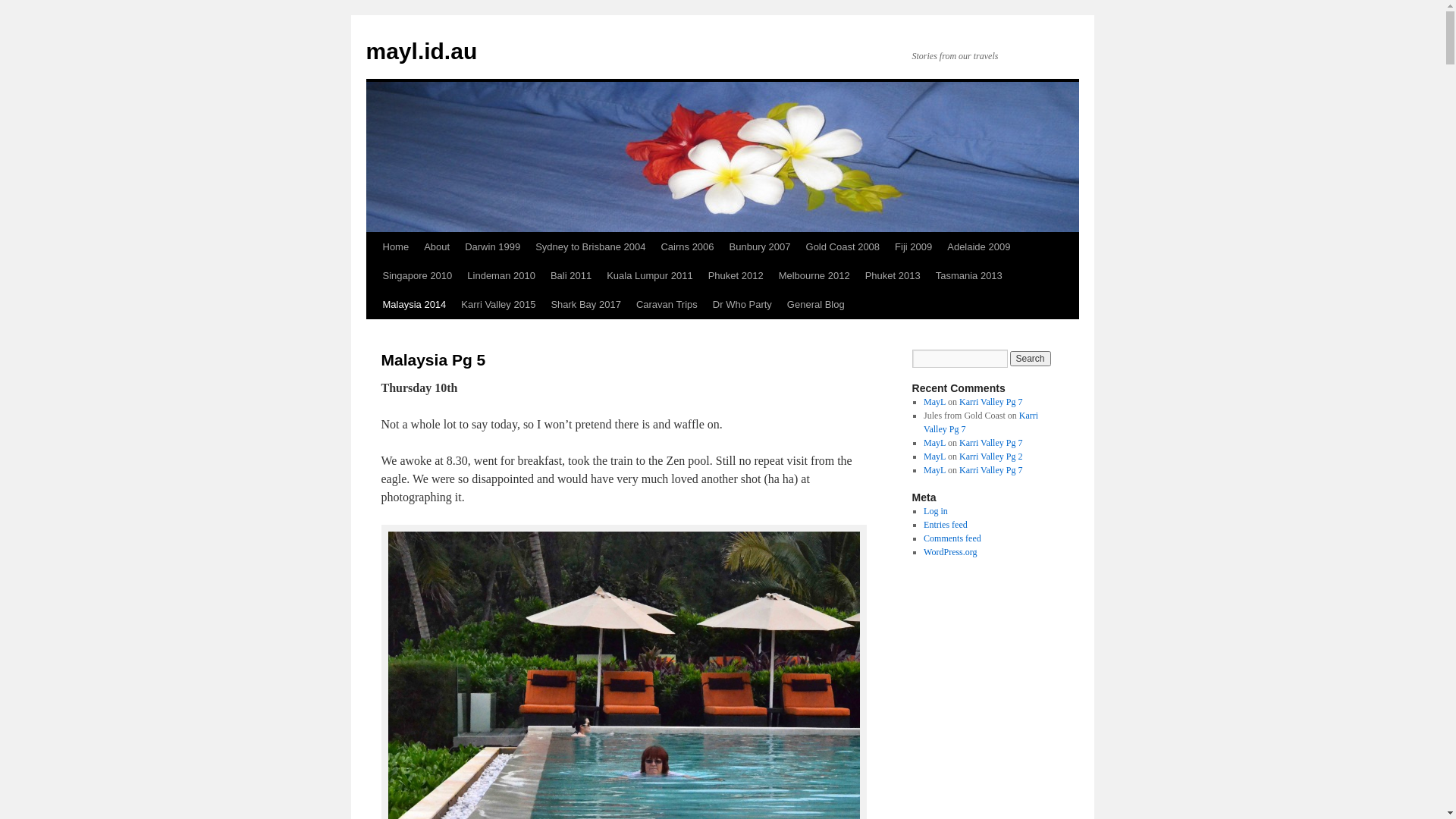  What do you see at coordinates (927, 275) in the screenshot?
I see `'Tasmania 2013'` at bounding box center [927, 275].